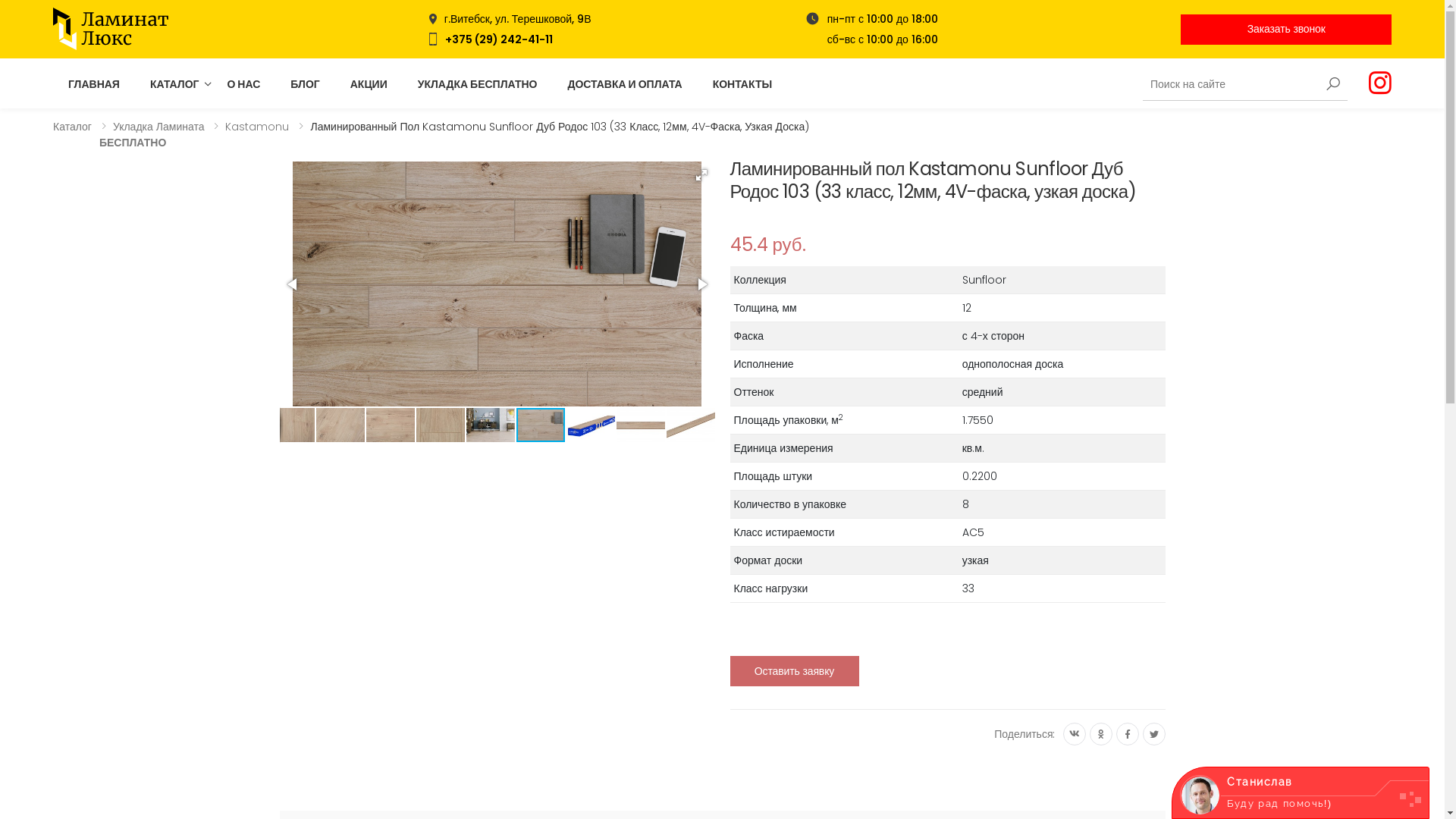 Image resolution: width=1456 pixels, height=819 pixels. I want to click on '+375 (29) 242-41-11', so click(444, 37).